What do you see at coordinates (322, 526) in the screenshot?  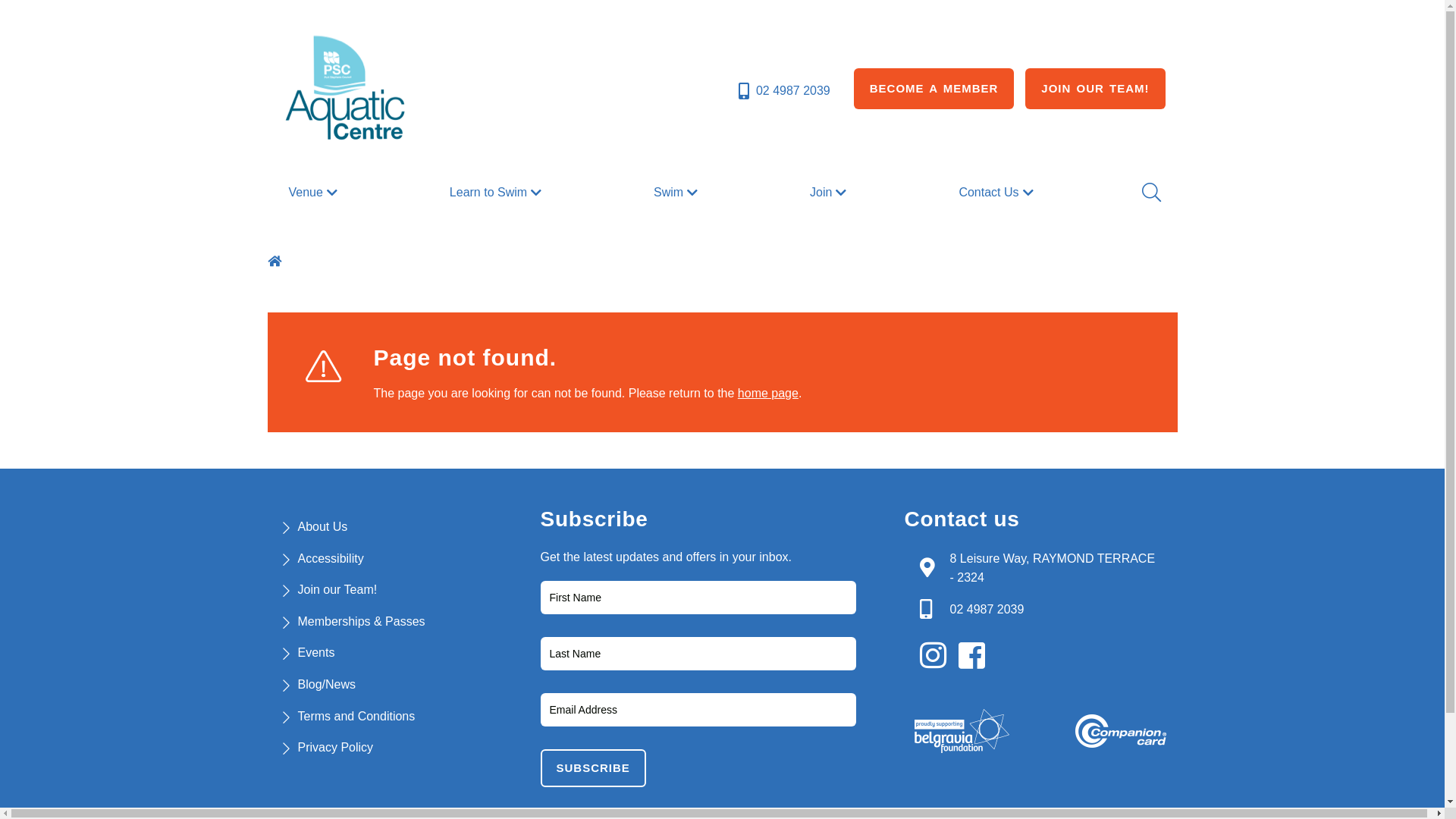 I see `'About Us'` at bounding box center [322, 526].